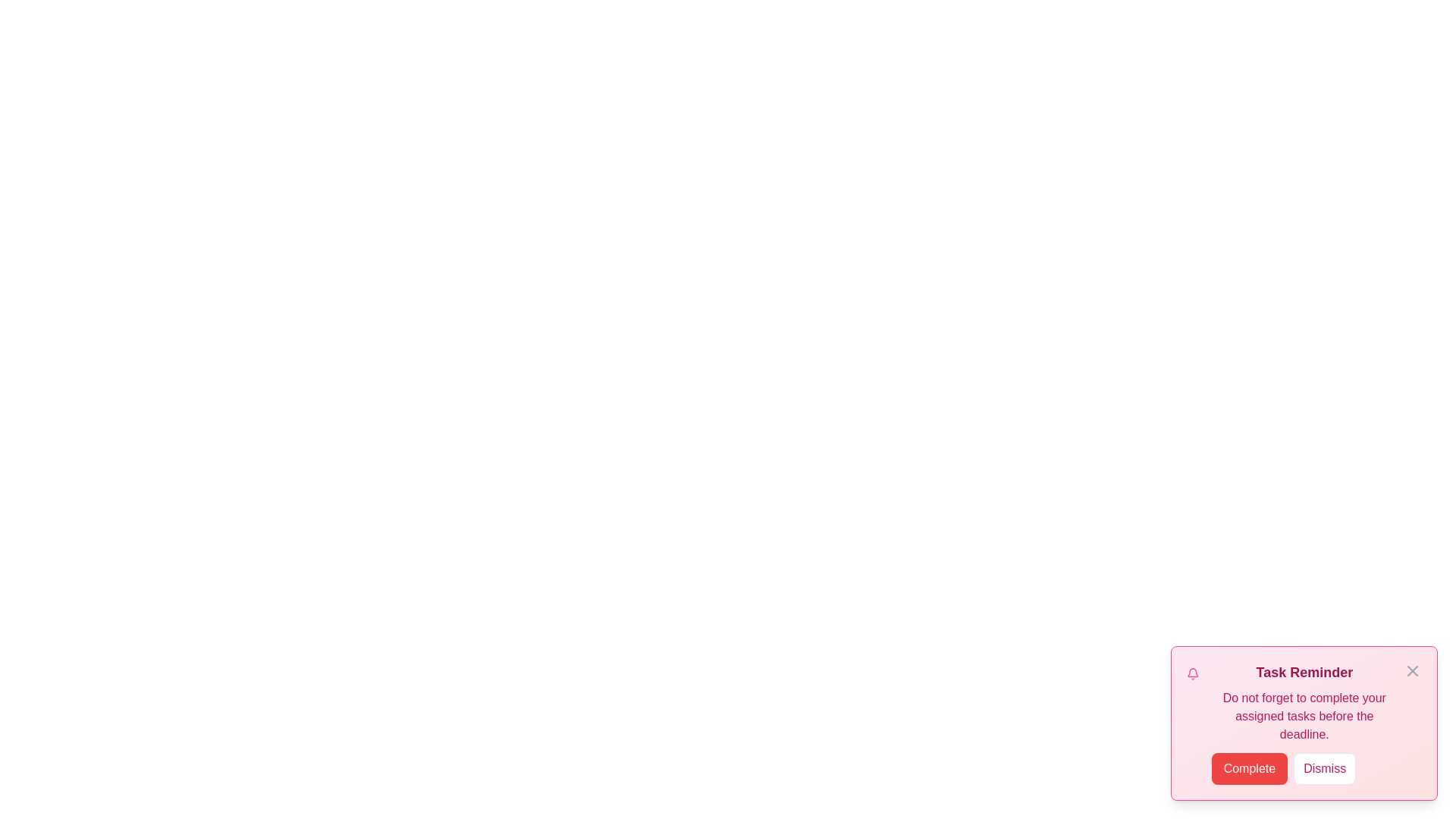 Image resolution: width=1456 pixels, height=819 pixels. I want to click on the 'Close' icon button to dismiss the alert, so click(1411, 670).